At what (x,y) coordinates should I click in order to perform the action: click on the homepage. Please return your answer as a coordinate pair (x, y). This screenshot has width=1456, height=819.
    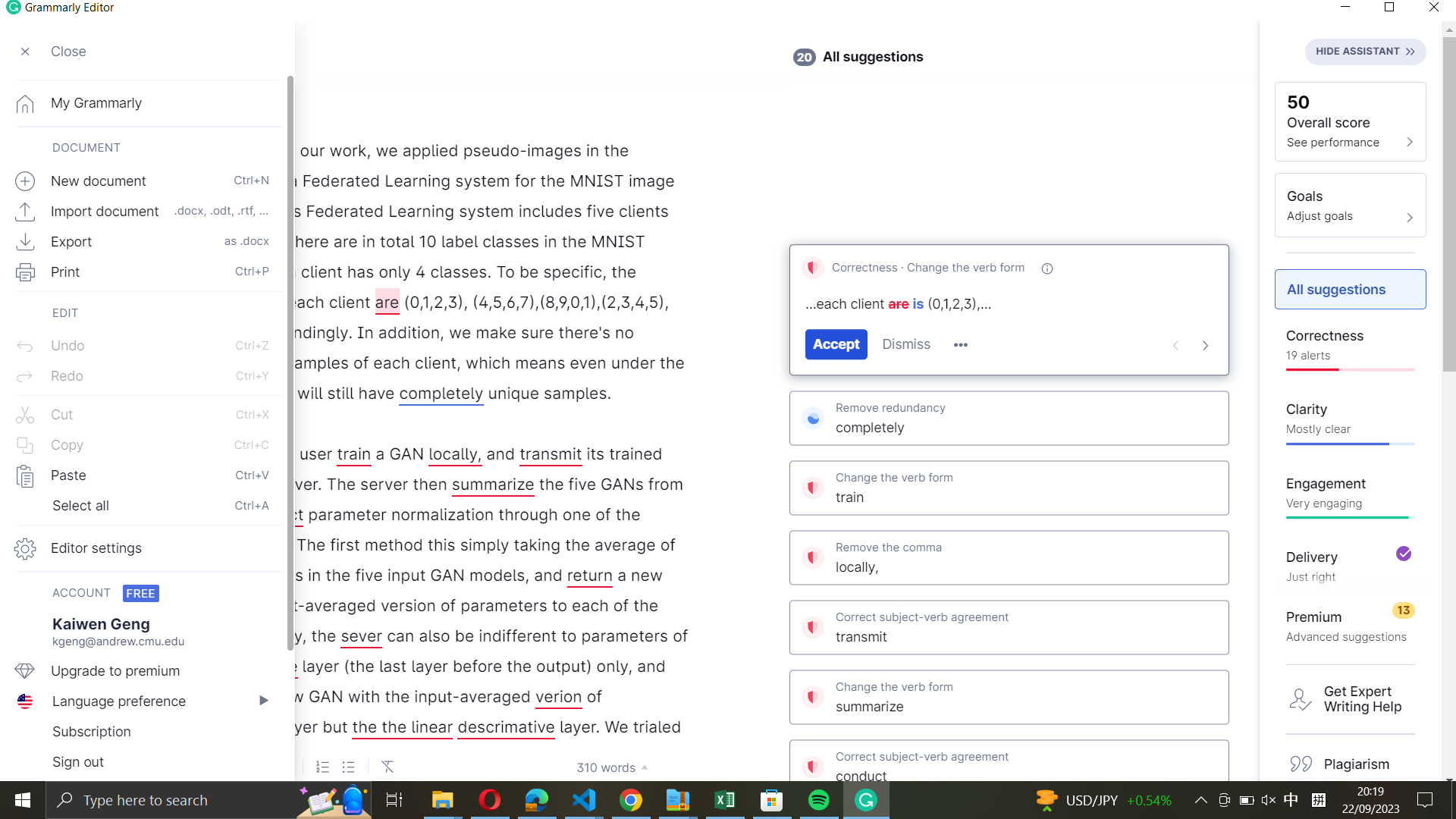
    Looking at the image, I should click on (142, 102).